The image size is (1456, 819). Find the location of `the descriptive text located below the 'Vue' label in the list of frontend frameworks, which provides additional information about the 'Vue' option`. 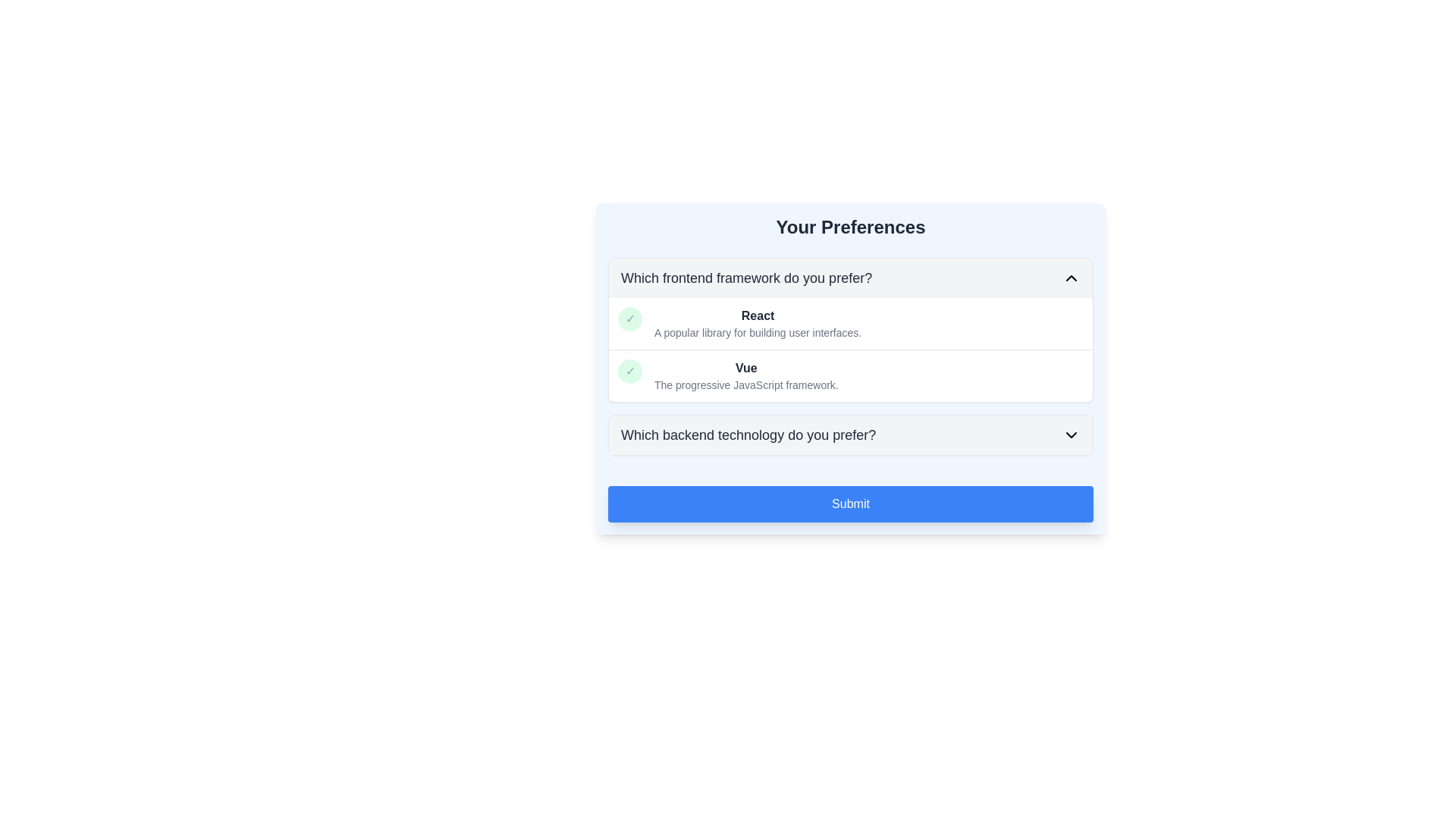

the descriptive text located below the 'Vue' label in the list of frontend frameworks, which provides additional information about the 'Vue' option is located at coordinates (746, 384).